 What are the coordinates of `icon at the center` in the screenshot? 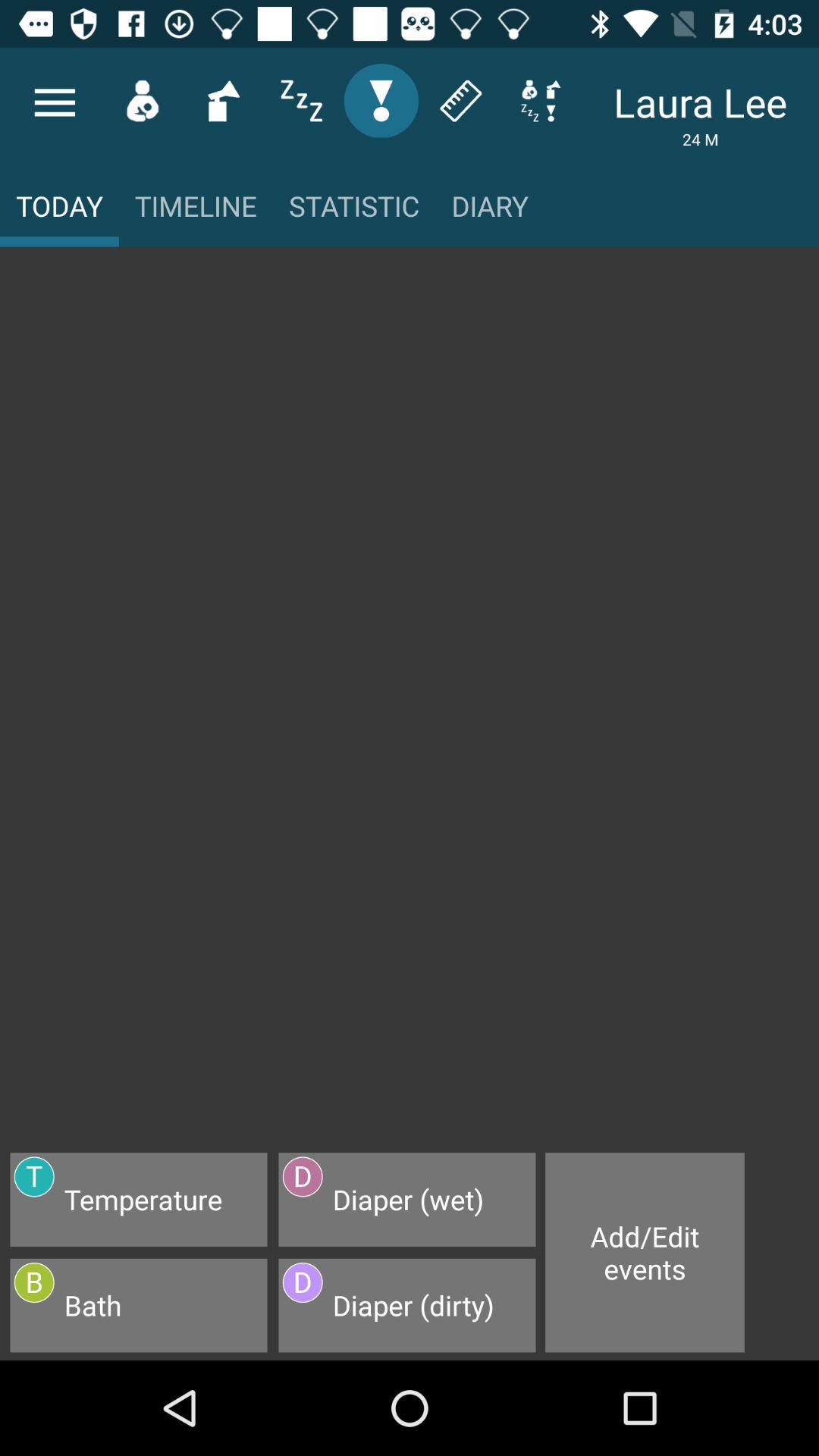 It's located at (409, 707).